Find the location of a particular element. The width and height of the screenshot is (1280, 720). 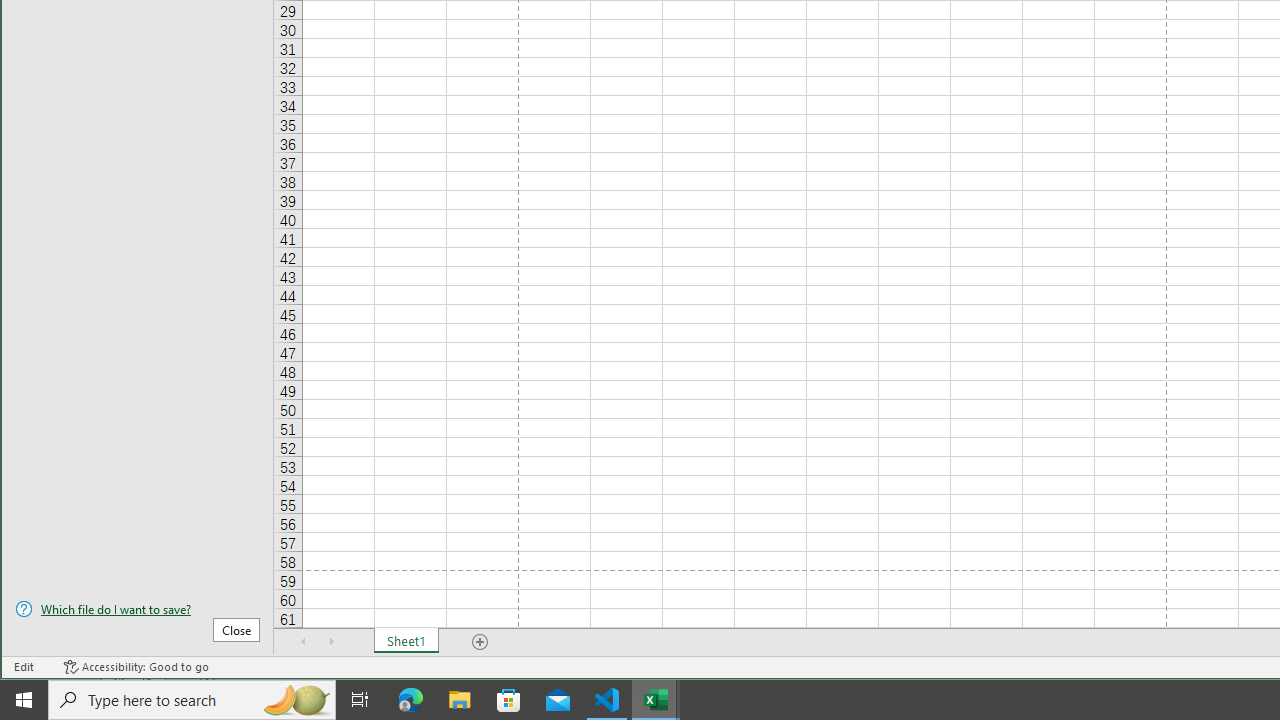

'Accessibility Checker Accessibility: Good to go' is located at coordinates (135, 667).